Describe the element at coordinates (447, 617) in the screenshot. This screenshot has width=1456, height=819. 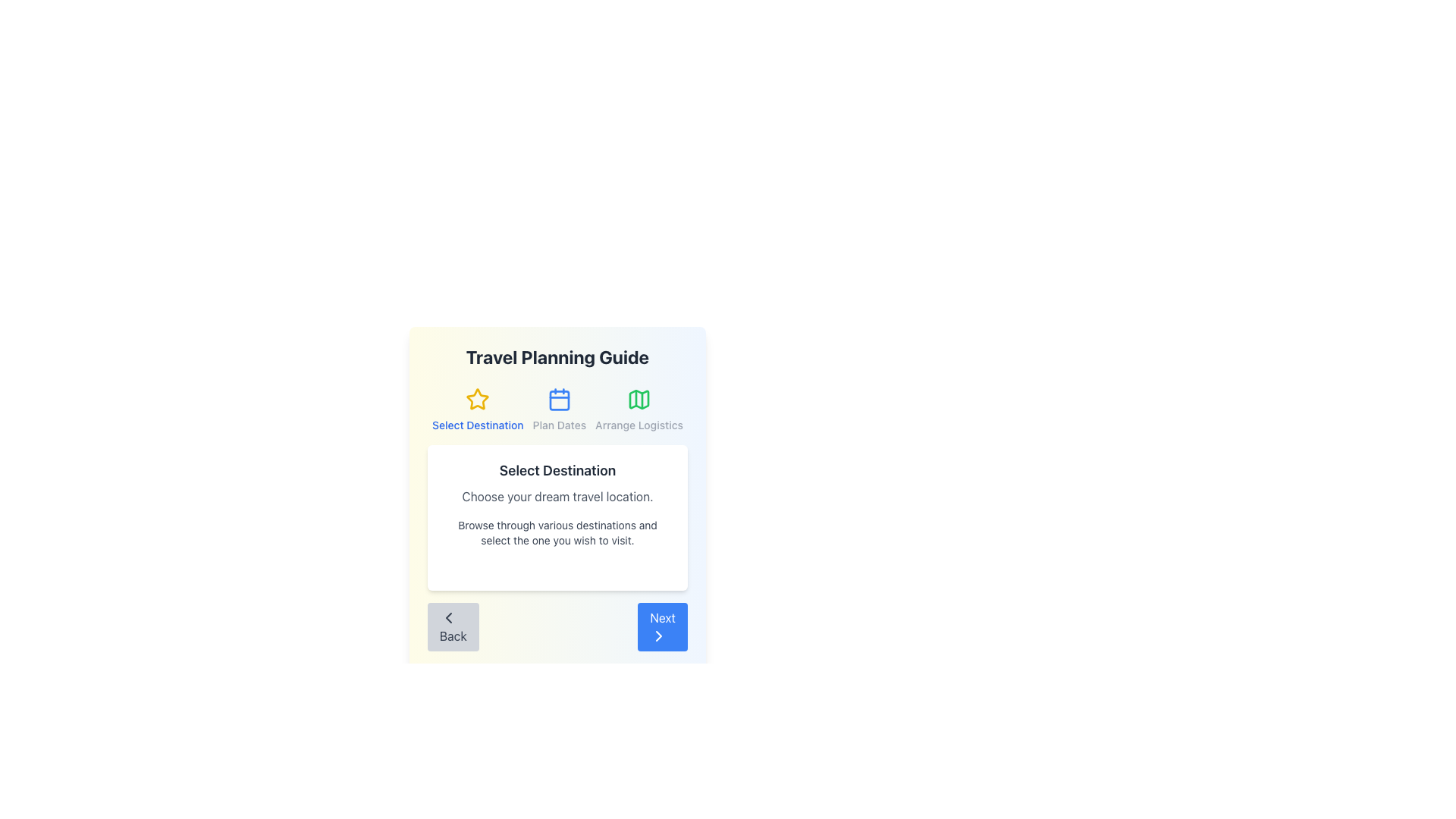
I see `the left-facing chevron arrow icon within the light gray rounded rectangle button labeled 'Back', located at the bottom-left area of the card interface` at that location.